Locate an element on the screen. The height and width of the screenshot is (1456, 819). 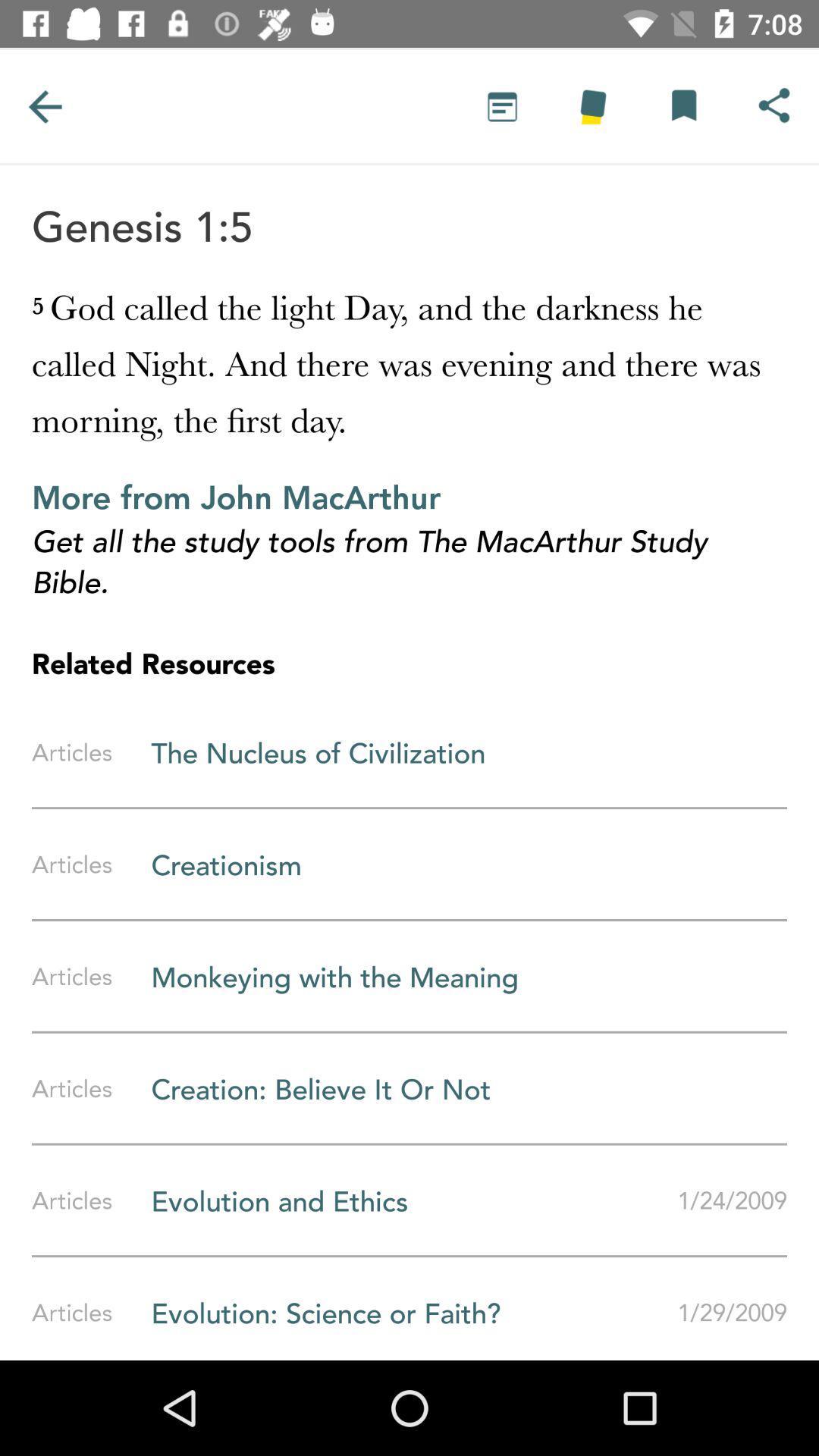
share the article is located at coordinates (683, 105).